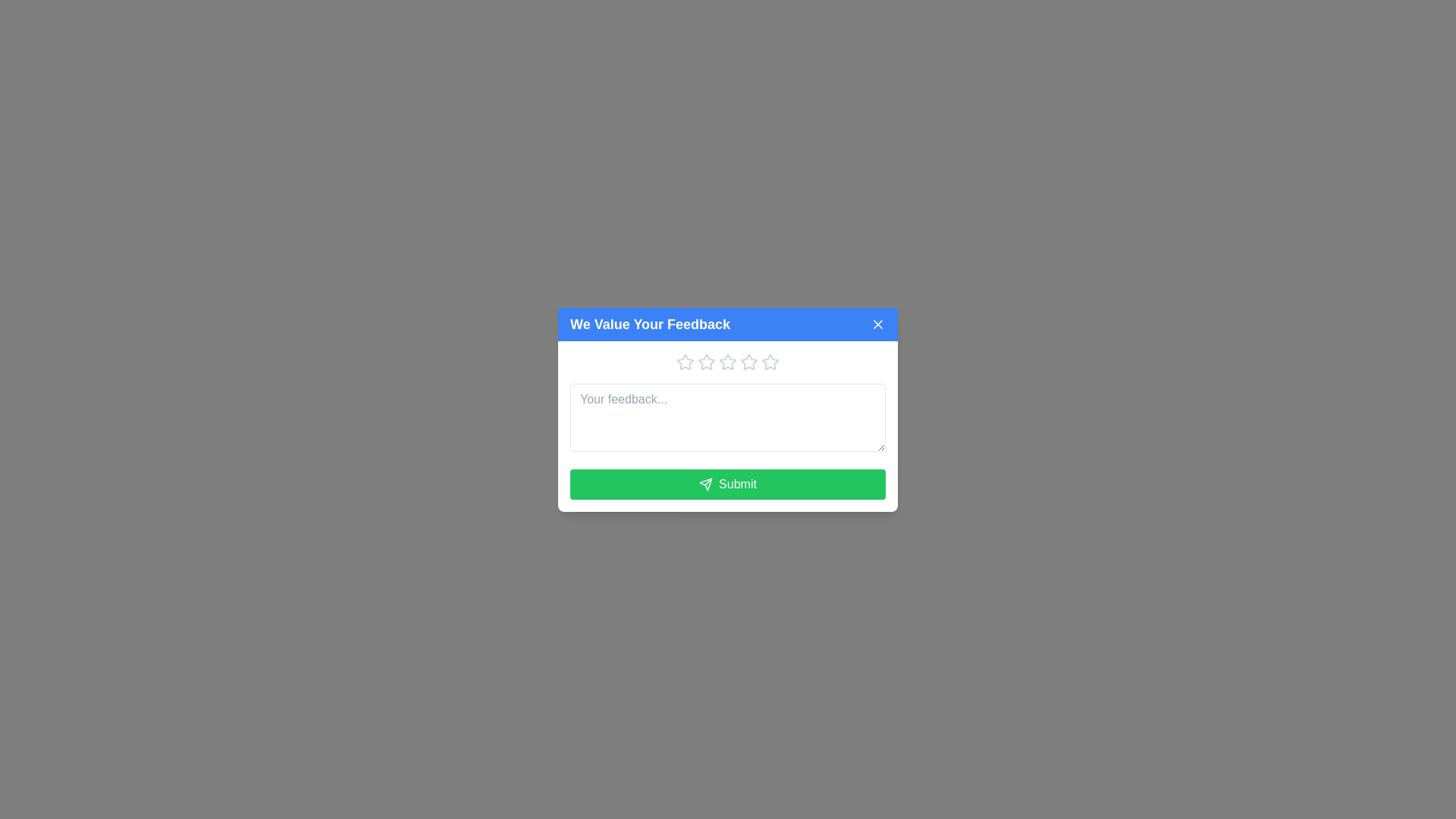  Describe the element at coordinates (705, 362) in the screenshot. I see `the second star icon button in the horizontal row for accessibility navigation` at that location.